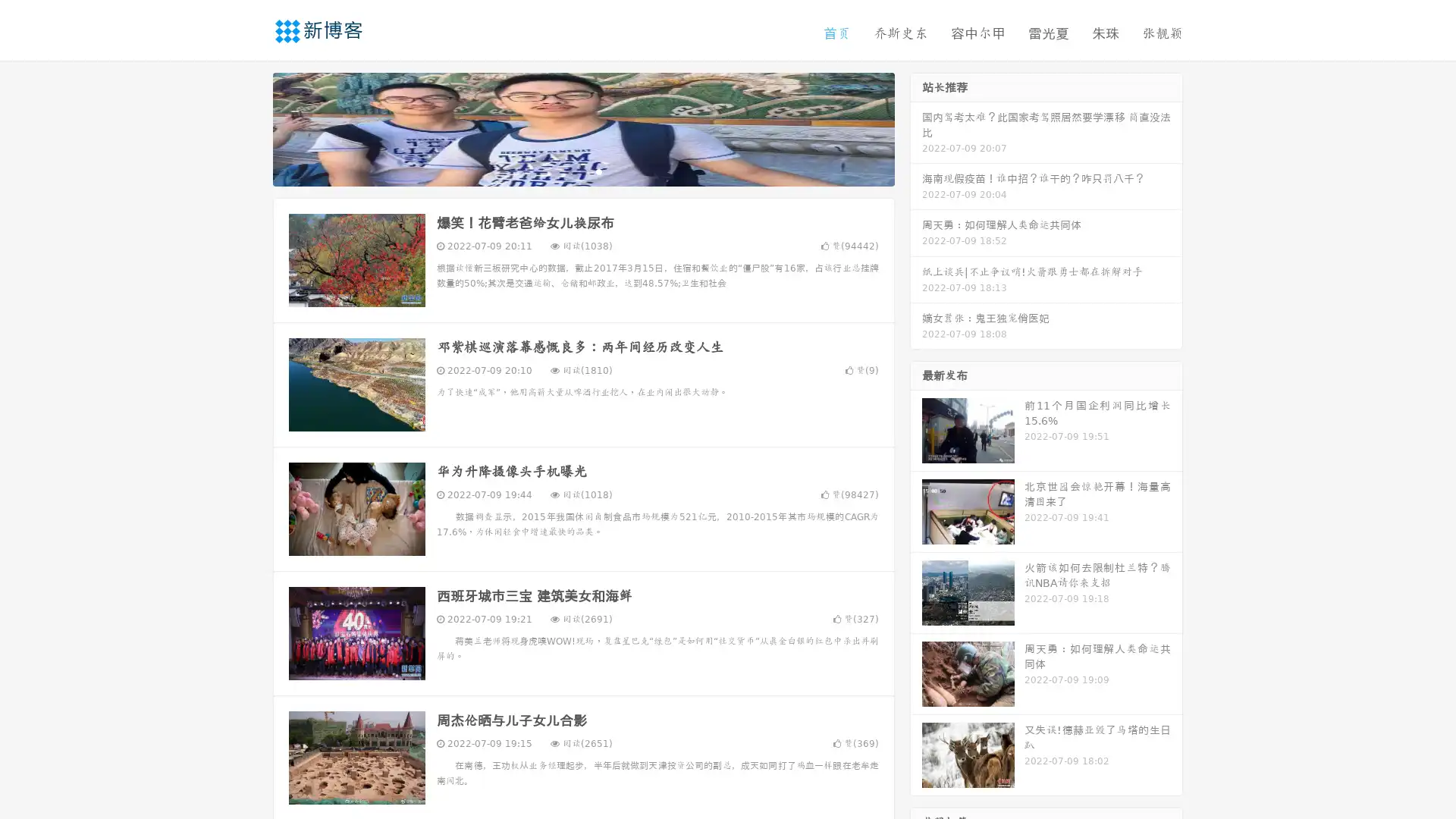 The width and height of the screenshot is (1456, 819). Describe the element at coordinates (250, 127) in the screenshot. I see `Previous slide` at that location.